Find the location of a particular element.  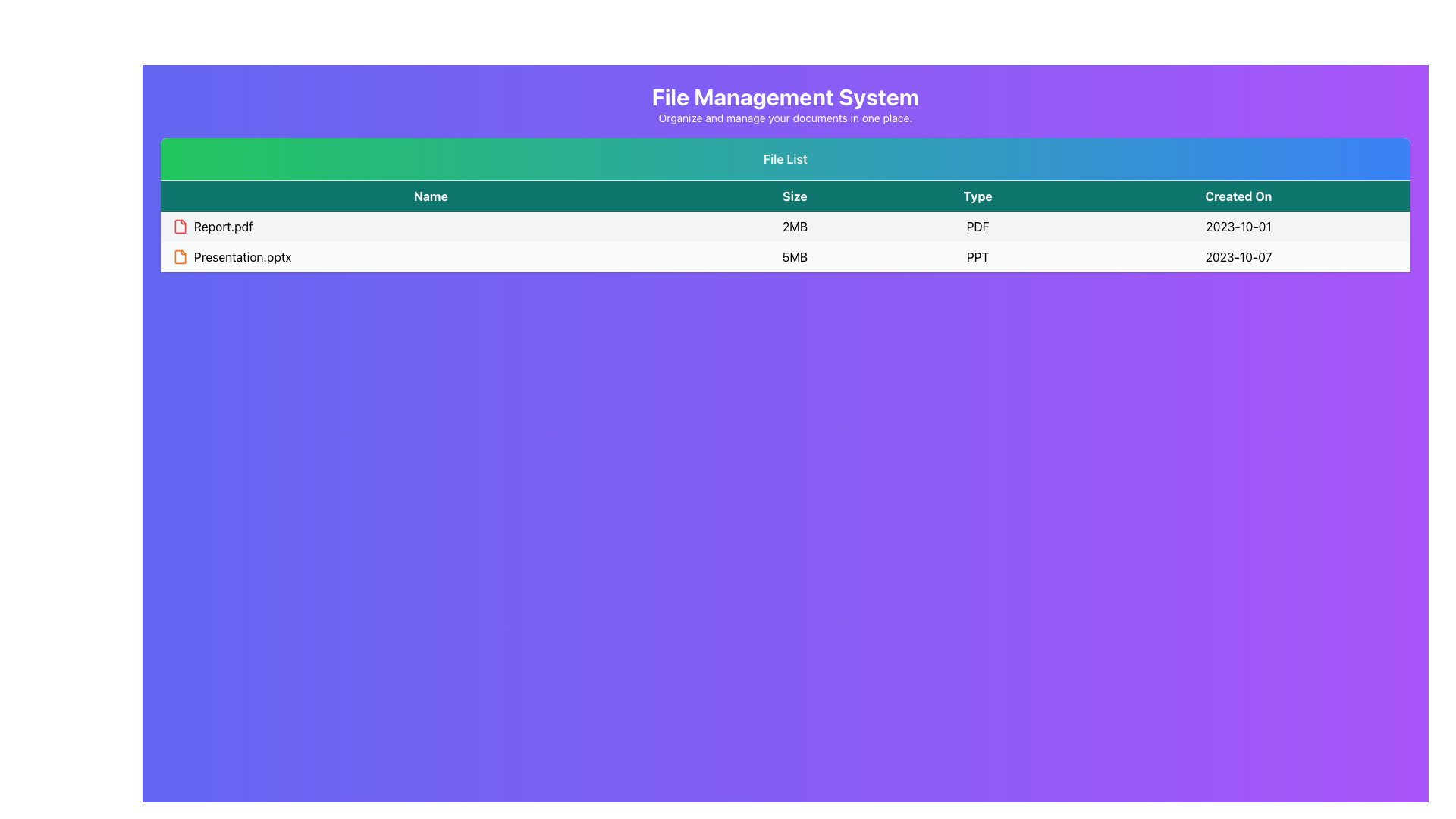

the file type visually is located at coordinates (180, 256).